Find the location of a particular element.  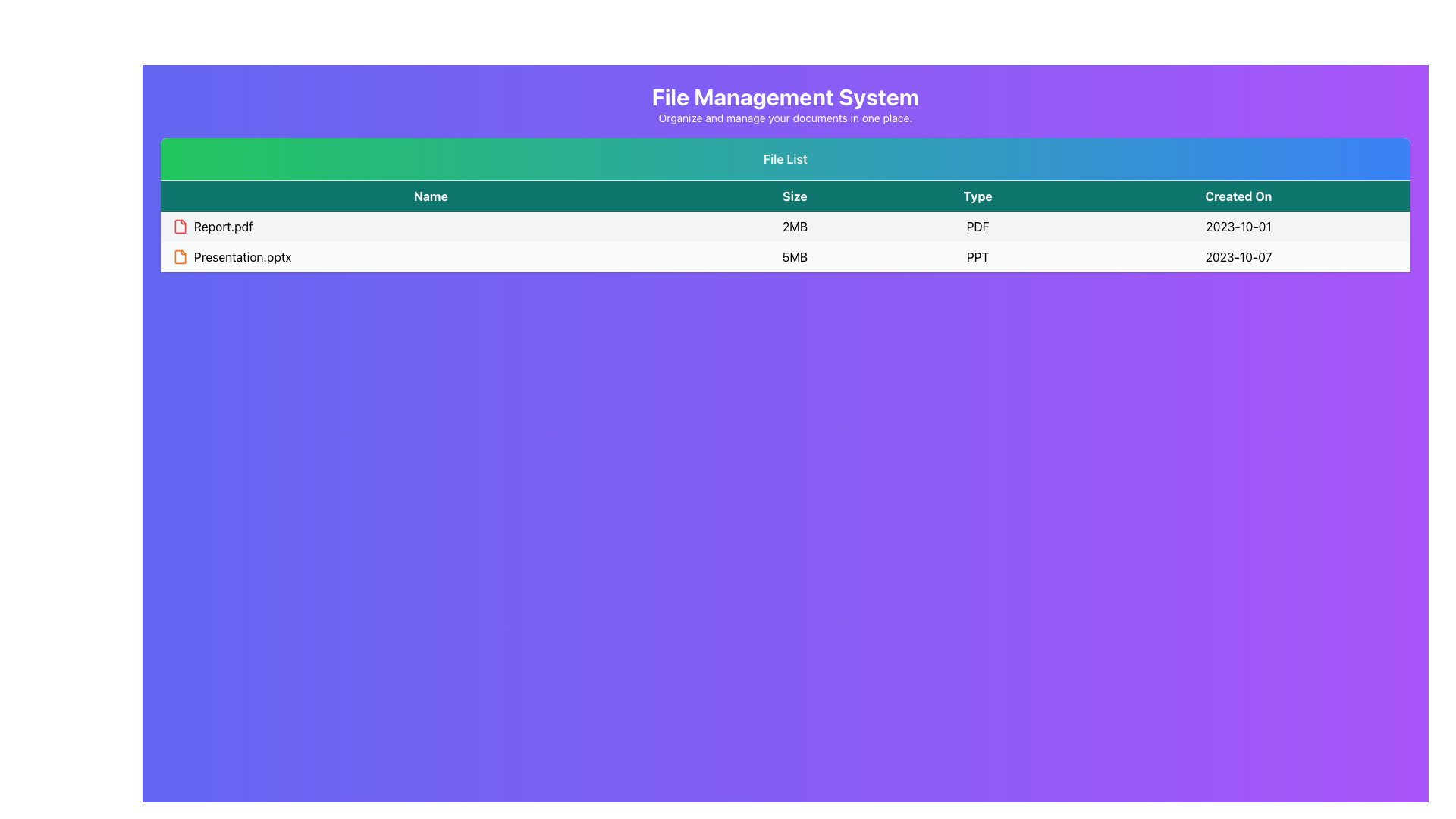

the file type visually is located at coordinates (180, 256).